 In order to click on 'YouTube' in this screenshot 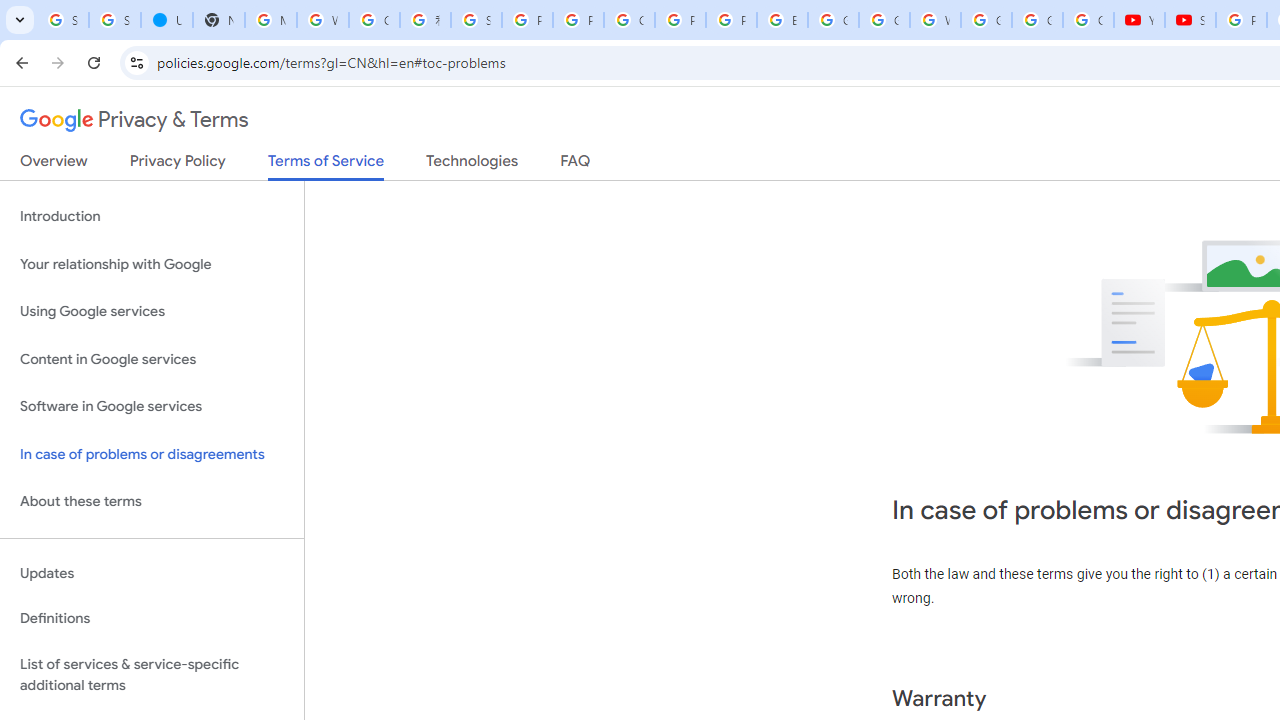, I will do `click(1139, 20)`.